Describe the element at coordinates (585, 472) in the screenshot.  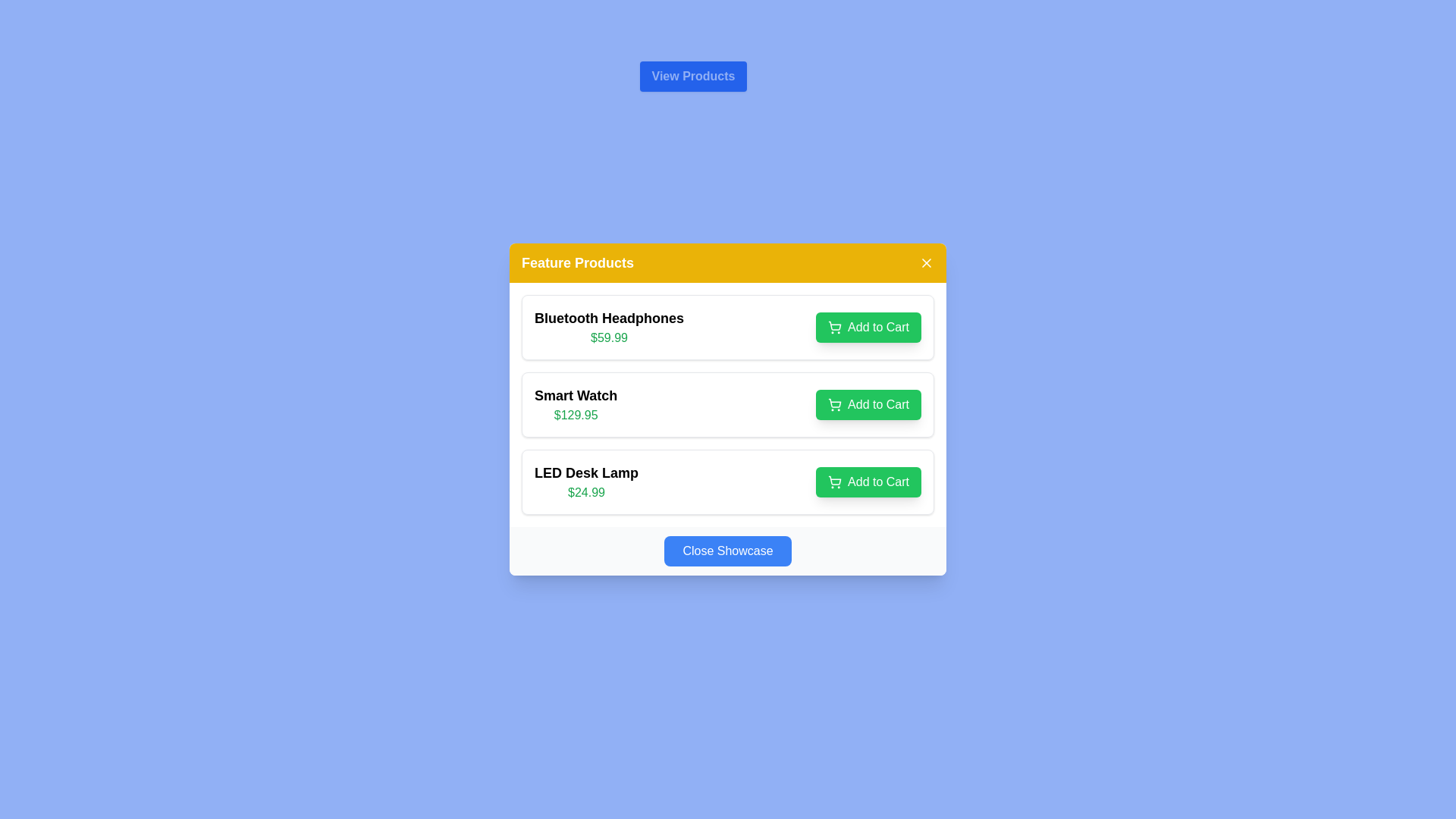
I see `the text label identifying the product as 'LED Desk Lamp' located in the third product card within a vertical list, positioned above the price information and next to the 'Add to Cart' button` at that location.